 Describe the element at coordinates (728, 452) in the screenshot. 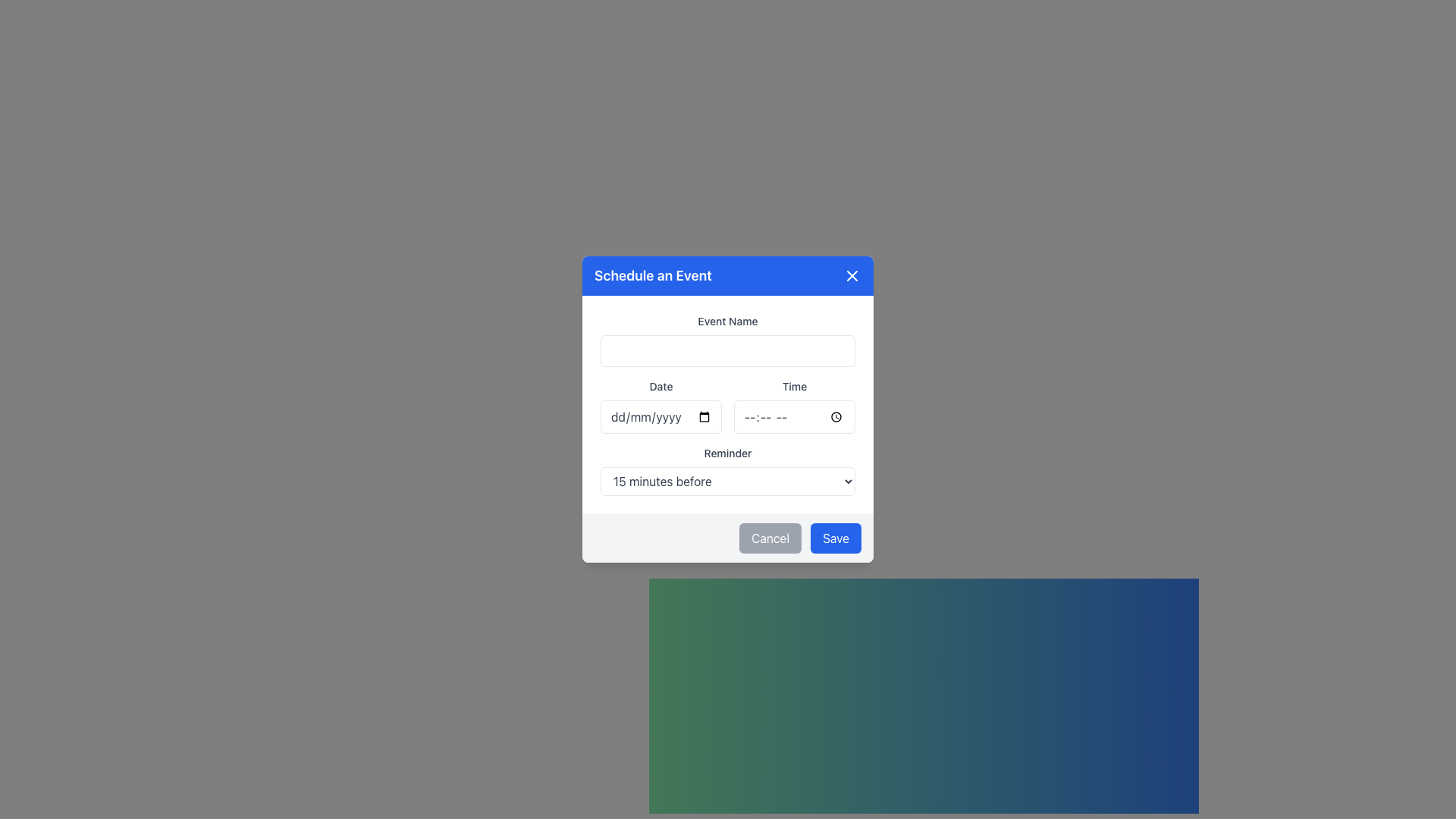

I see `the static text label displaying 'Reminder', which is styled in medium gray and positioned above the reminder dropdown menu` at that location.